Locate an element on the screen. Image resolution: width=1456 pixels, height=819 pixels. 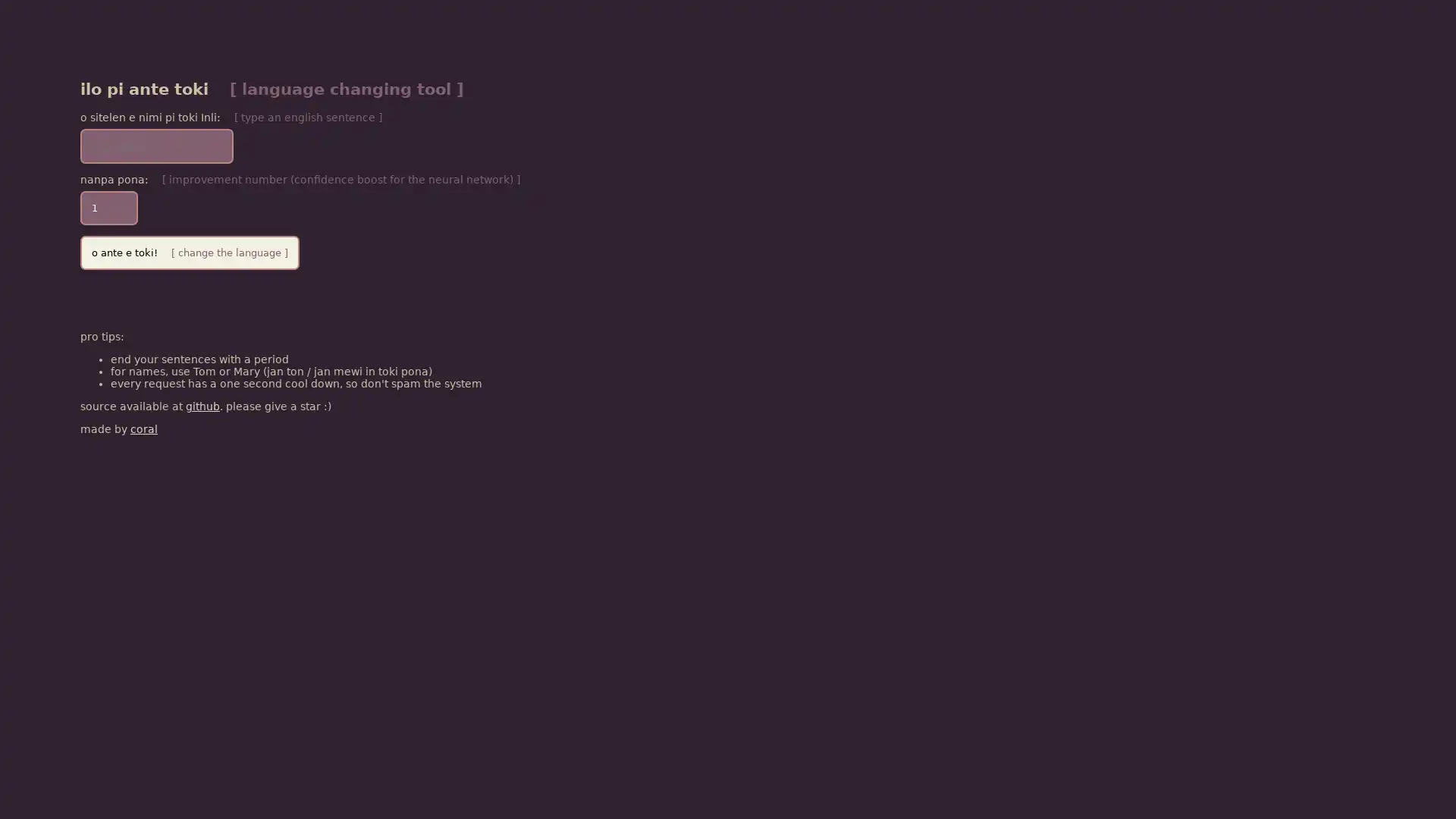
o ante e toki! [change the language] is located at coordinates (188, 251).